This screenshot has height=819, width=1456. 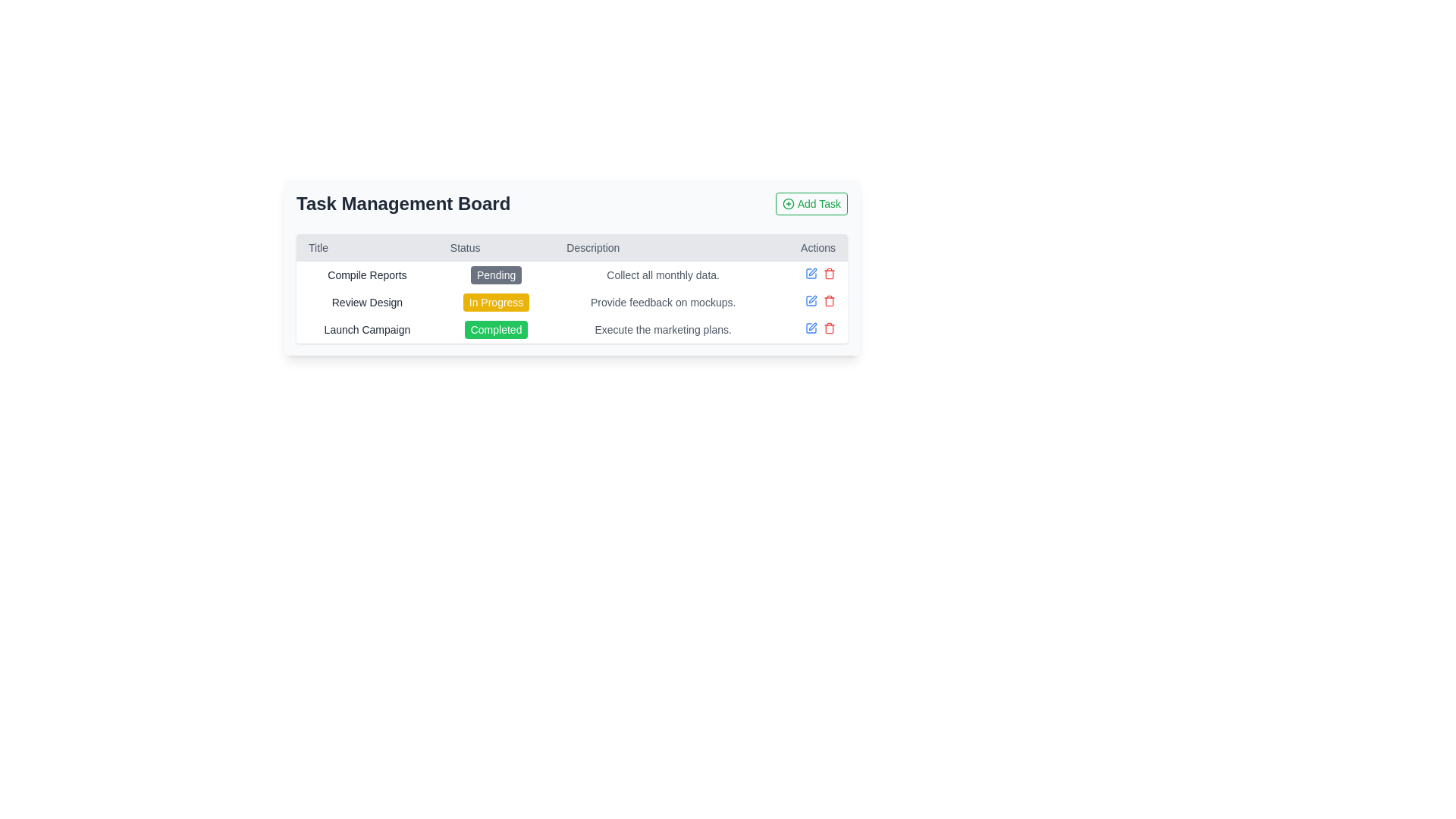 What do you see at coordinates (829, 301) in the screenshot?
I see `the delete icon button located in the 'Actions' column of the third row in the table` at bounding box center [829, 301].